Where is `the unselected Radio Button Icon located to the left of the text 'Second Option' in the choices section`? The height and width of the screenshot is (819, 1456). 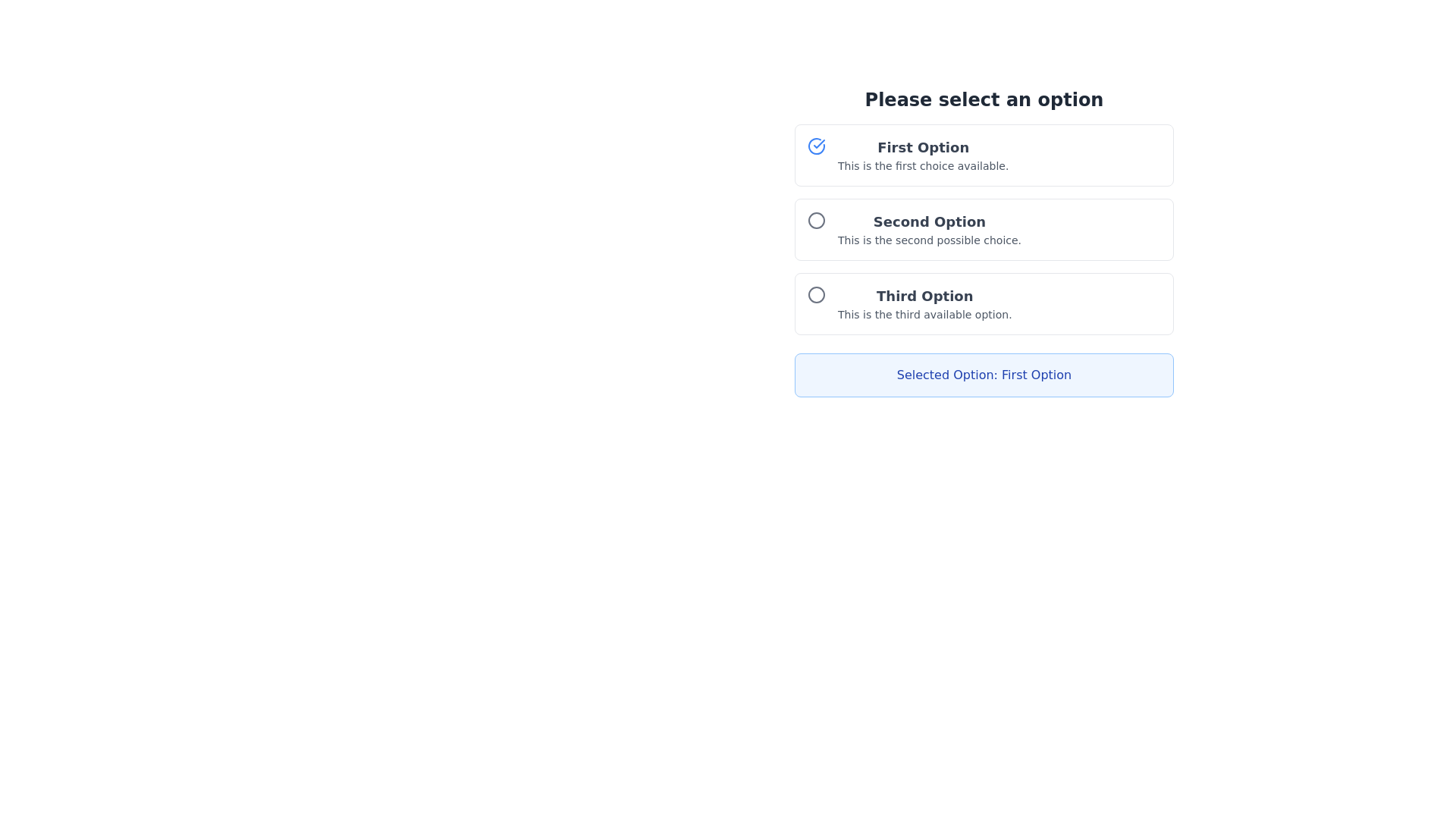 the unselected Radio Button Icon located to the left of the text 'Second Option' in the choices section is located at coordinates (815, 230).